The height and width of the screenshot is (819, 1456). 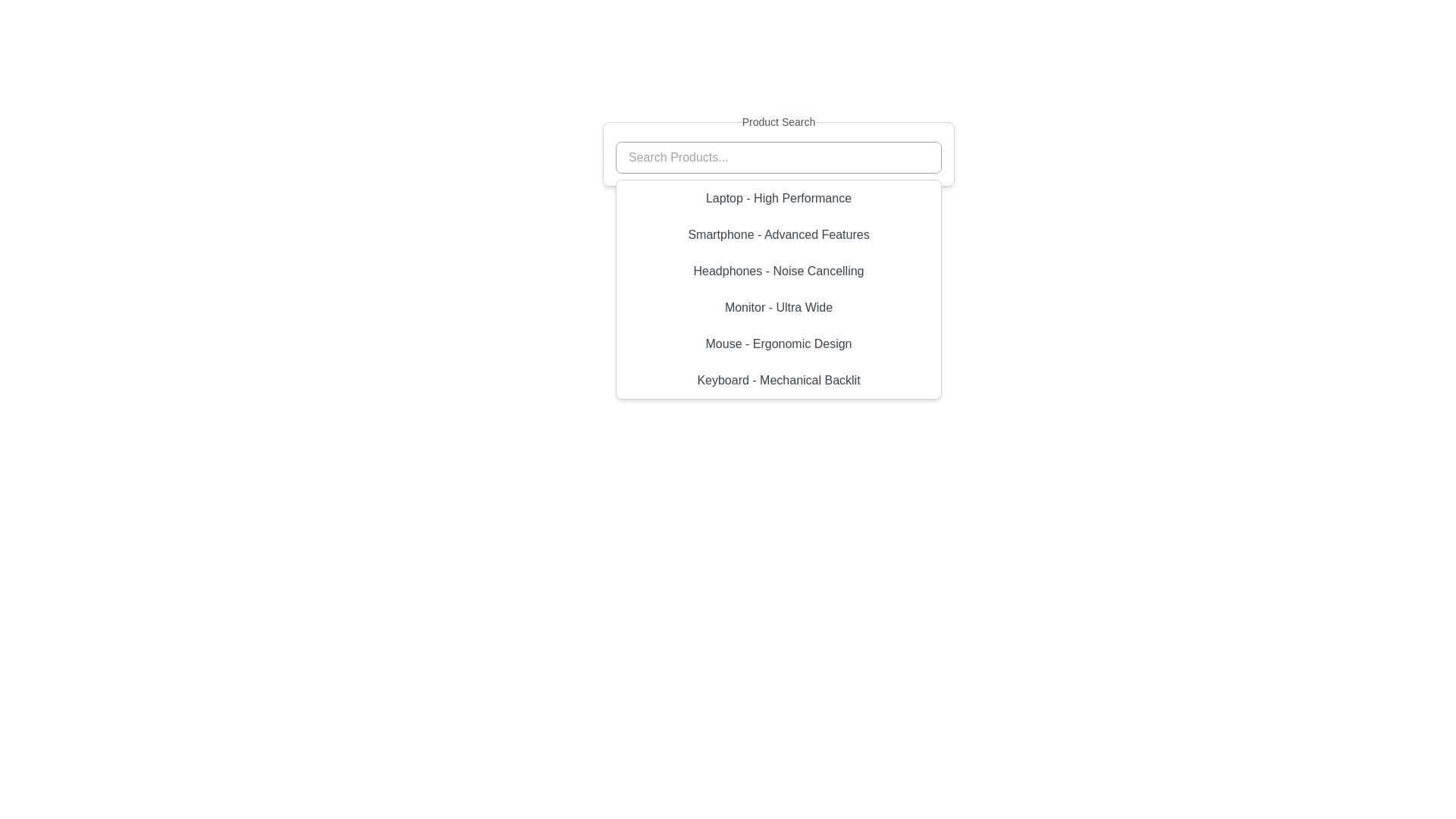 What do you see at coordinates (779, 271) in the screenshot?
I see `the text label reading 'Headphones - Noise Cancelling' which is the third item in the dropdown menu` at bounding box center [779, 271].